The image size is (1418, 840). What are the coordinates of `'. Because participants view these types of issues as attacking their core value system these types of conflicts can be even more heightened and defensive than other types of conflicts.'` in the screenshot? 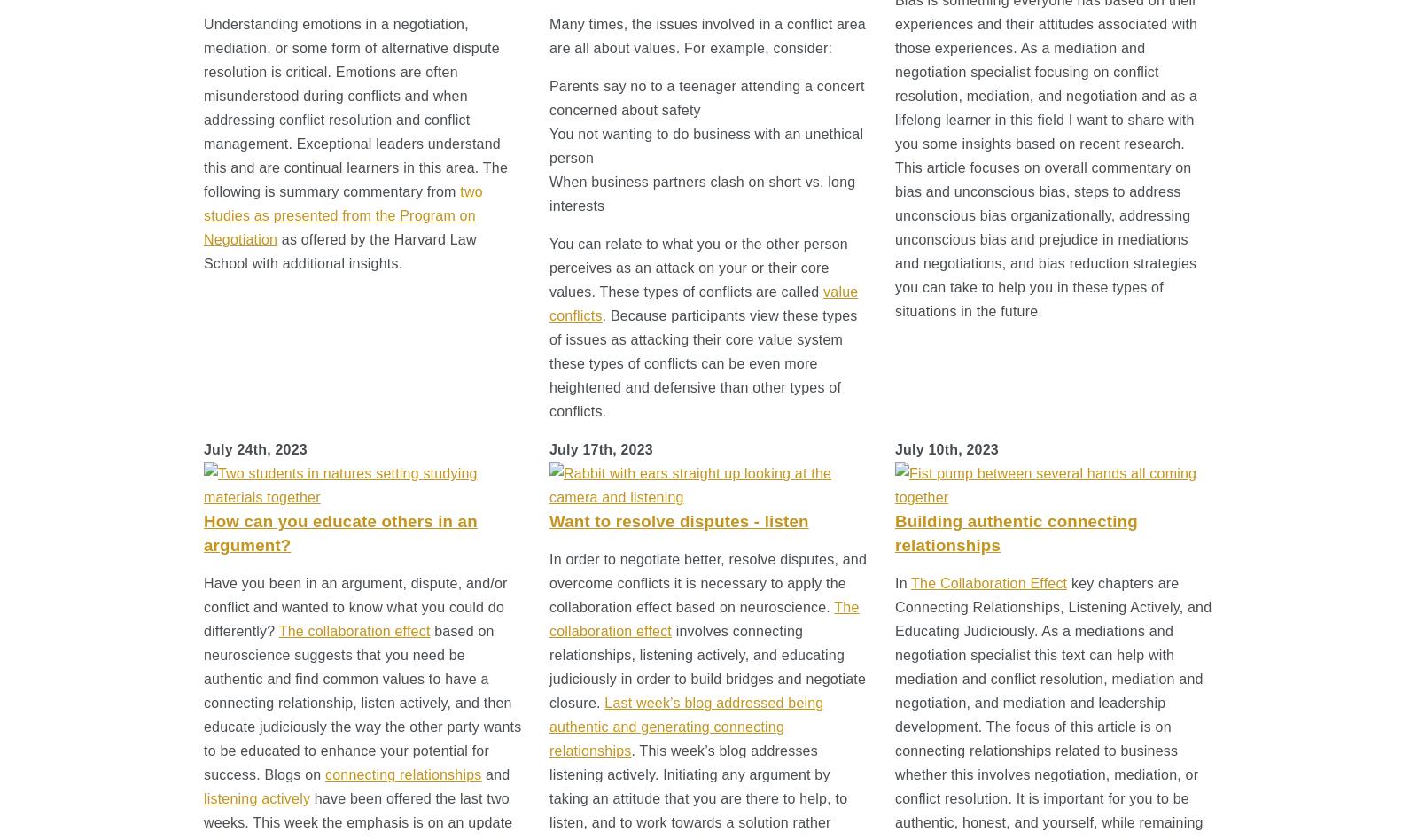 It's located at (549, 362).